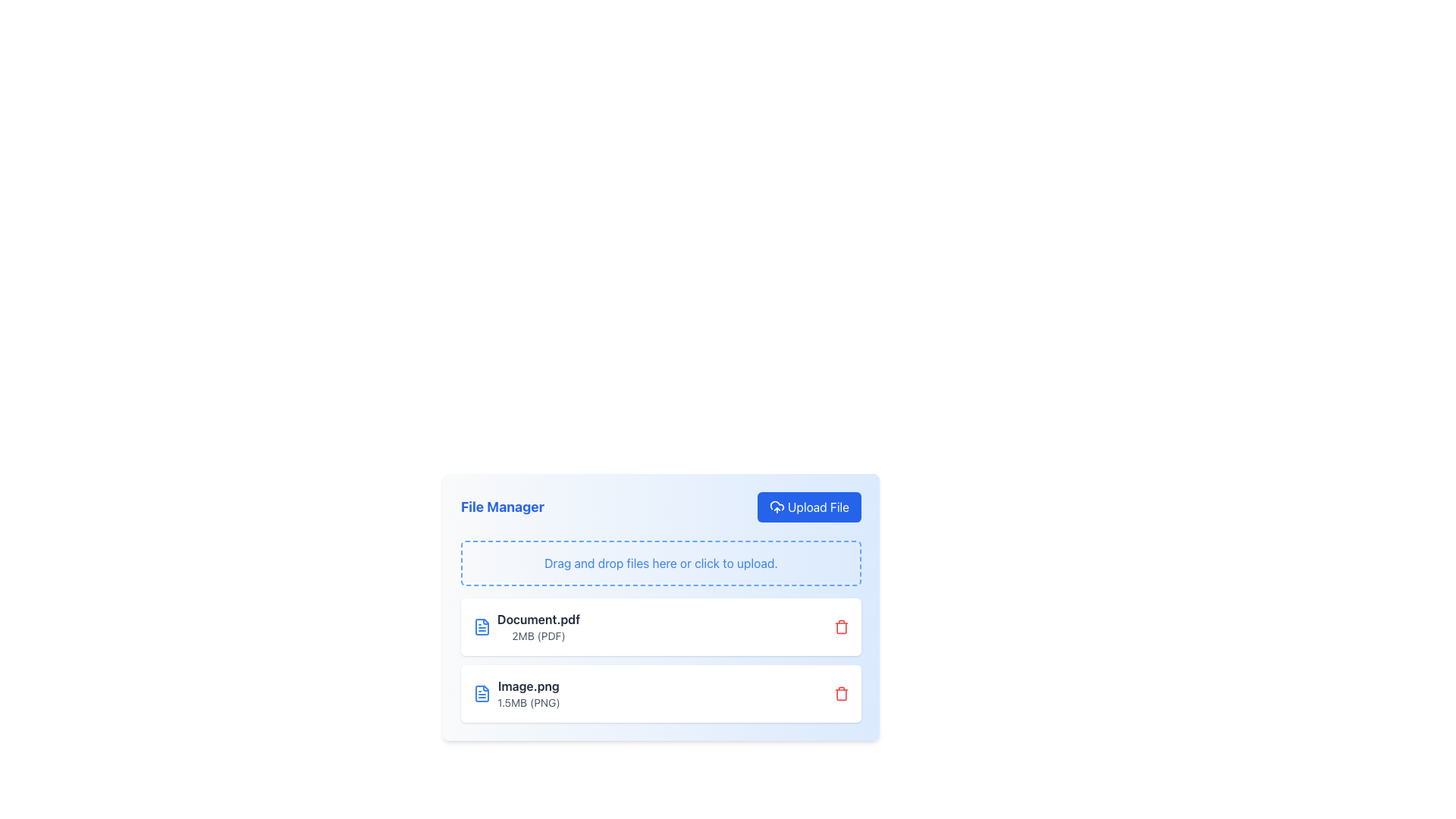 This screenshot has height=819, width=1456. What do you see at coordinates (777, 507) in the screenshot?
I see `the cloud upload icon located` at bounding box center [777, 507].